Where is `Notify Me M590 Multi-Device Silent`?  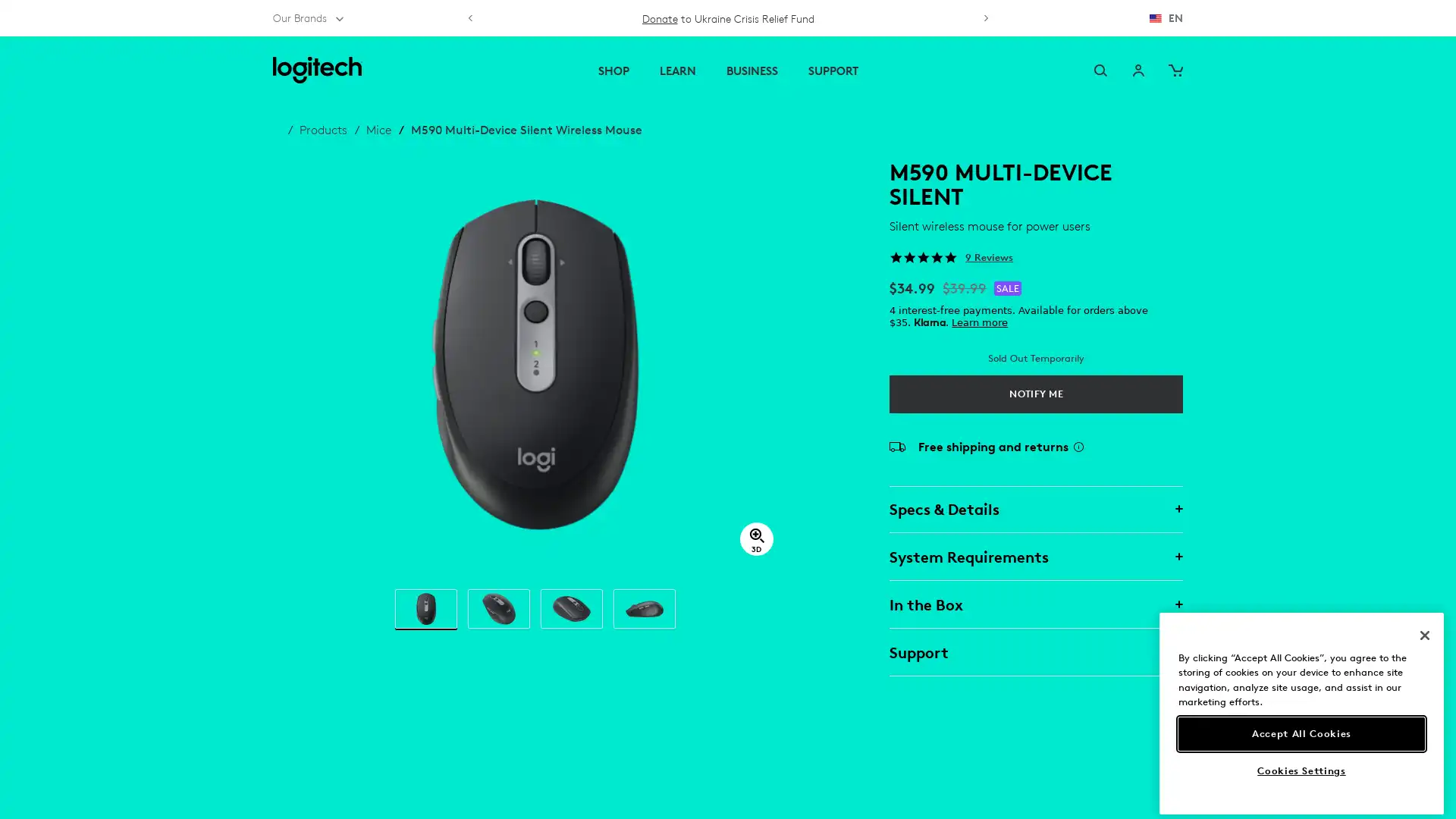 Notify Me M590 Multi-Device Silent is located at coordinates (1035, 394).